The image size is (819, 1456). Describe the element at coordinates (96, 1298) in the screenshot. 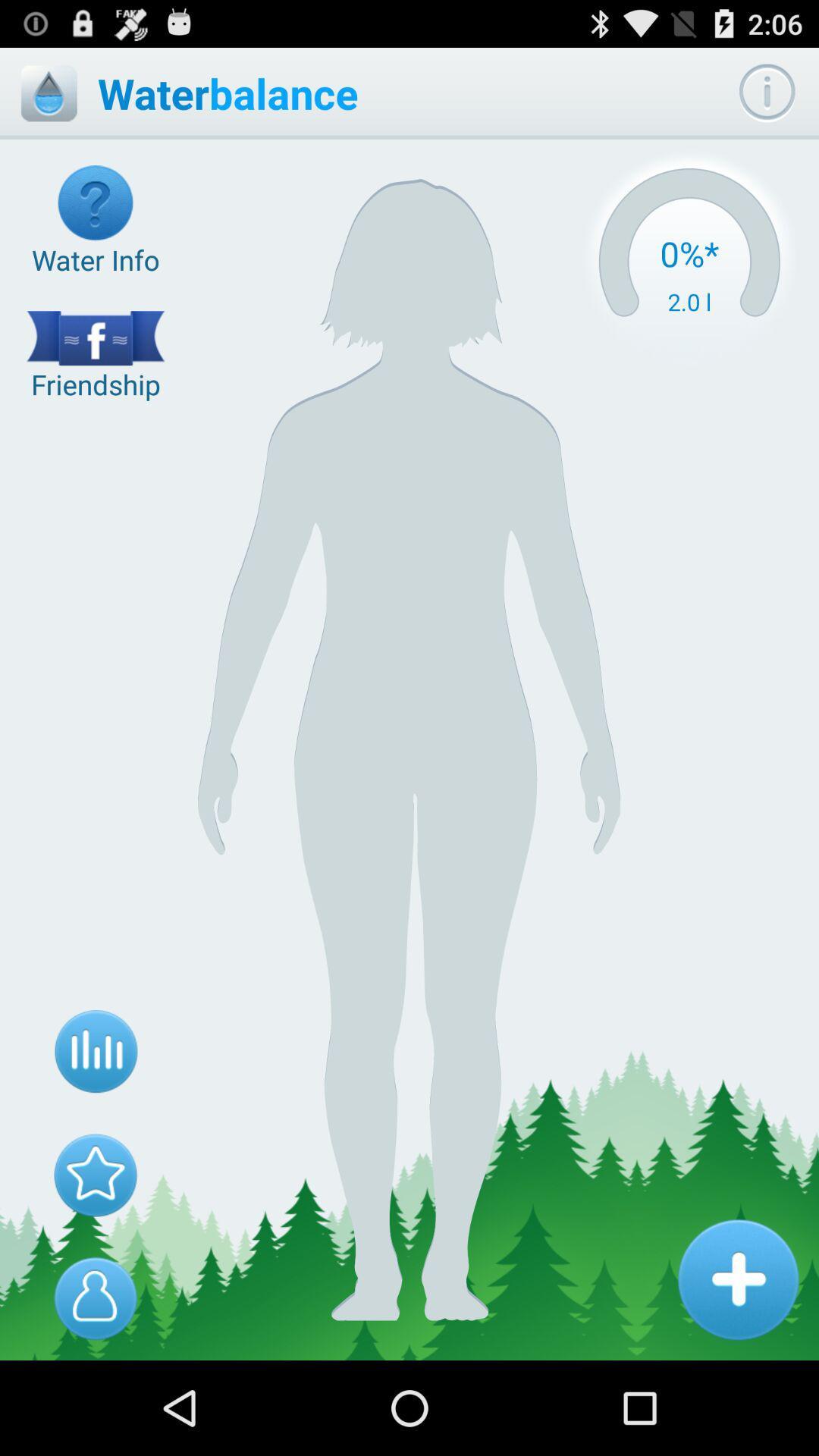

I see `profile` at that location.